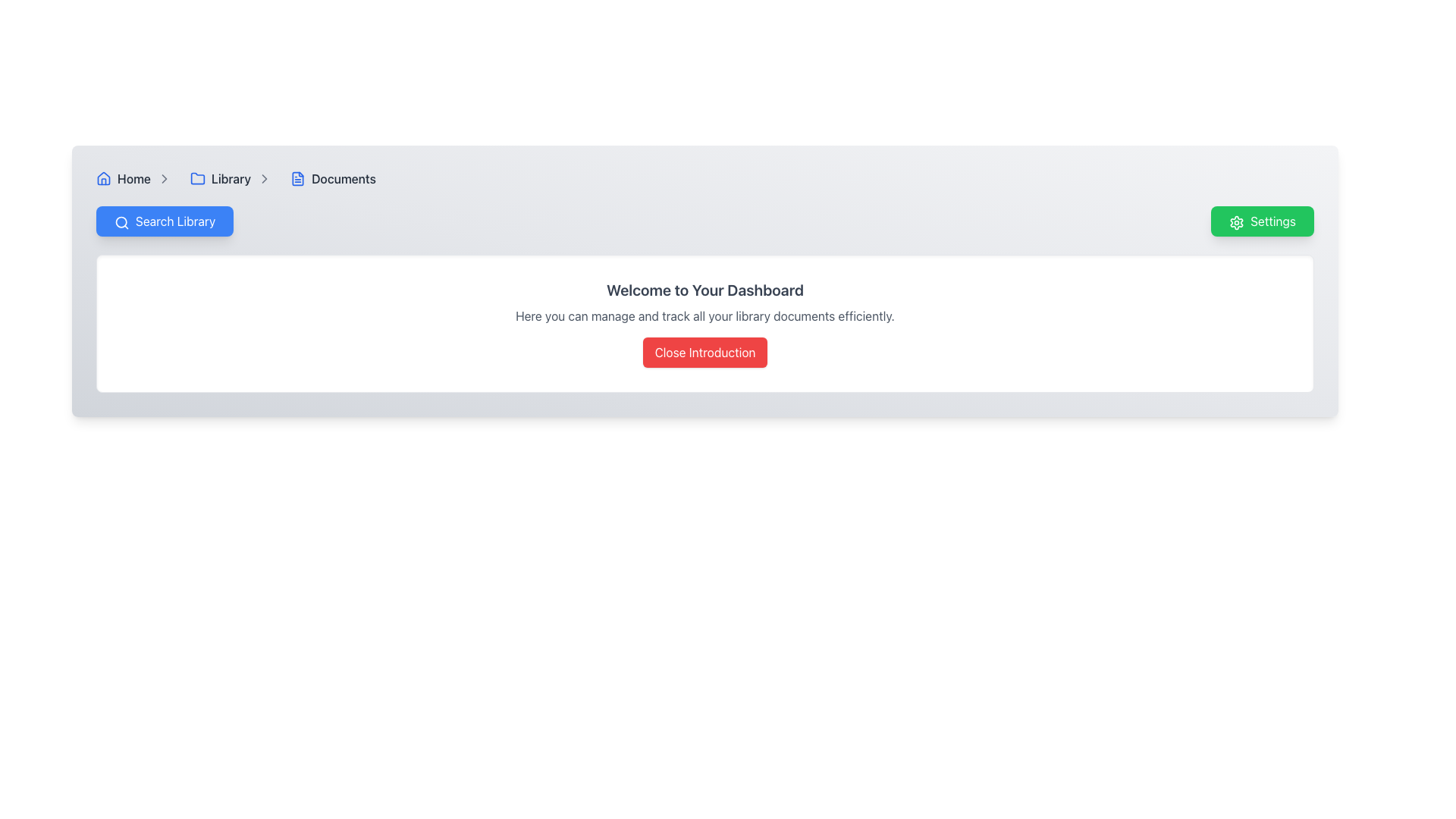 Image resolution: width=1456 pixels, height=819 pixels. Describe the element at coordinates (103, 177) in the screenshot. I see `the 'Home' icon in the breadcrumb navigation bar, which is positioned as the first element in the navigation group` at that location.